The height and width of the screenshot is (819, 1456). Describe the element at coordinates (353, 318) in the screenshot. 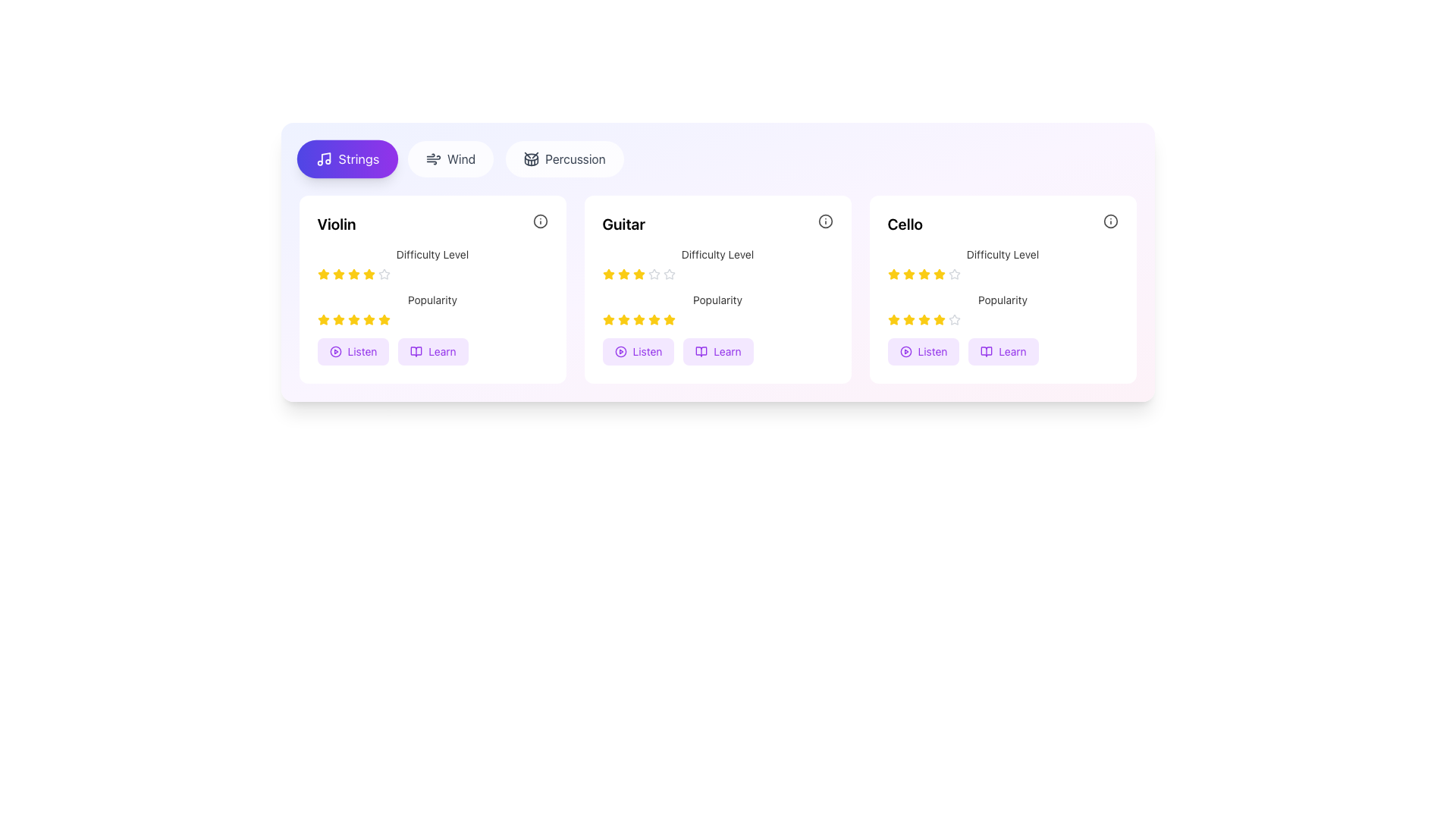

I see `the third star in the popularity rating section of the 'Violin' card` at that location.